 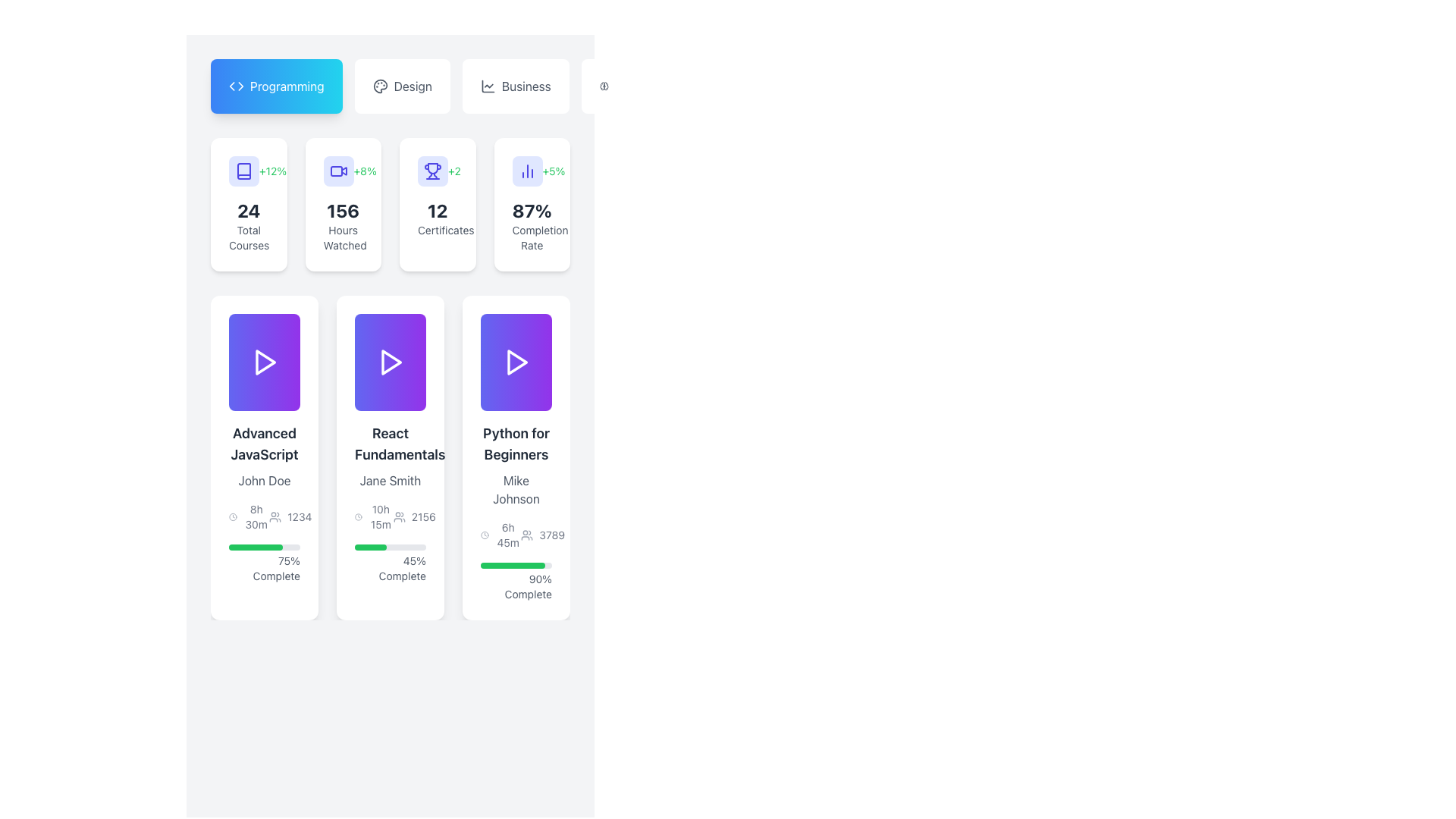 I want to click on the progress indicator component displaying '75% Complete' within the 'Advanced JavaScript' card, located at the bottom section beneath the user statistics, so click(x=265, y=564).